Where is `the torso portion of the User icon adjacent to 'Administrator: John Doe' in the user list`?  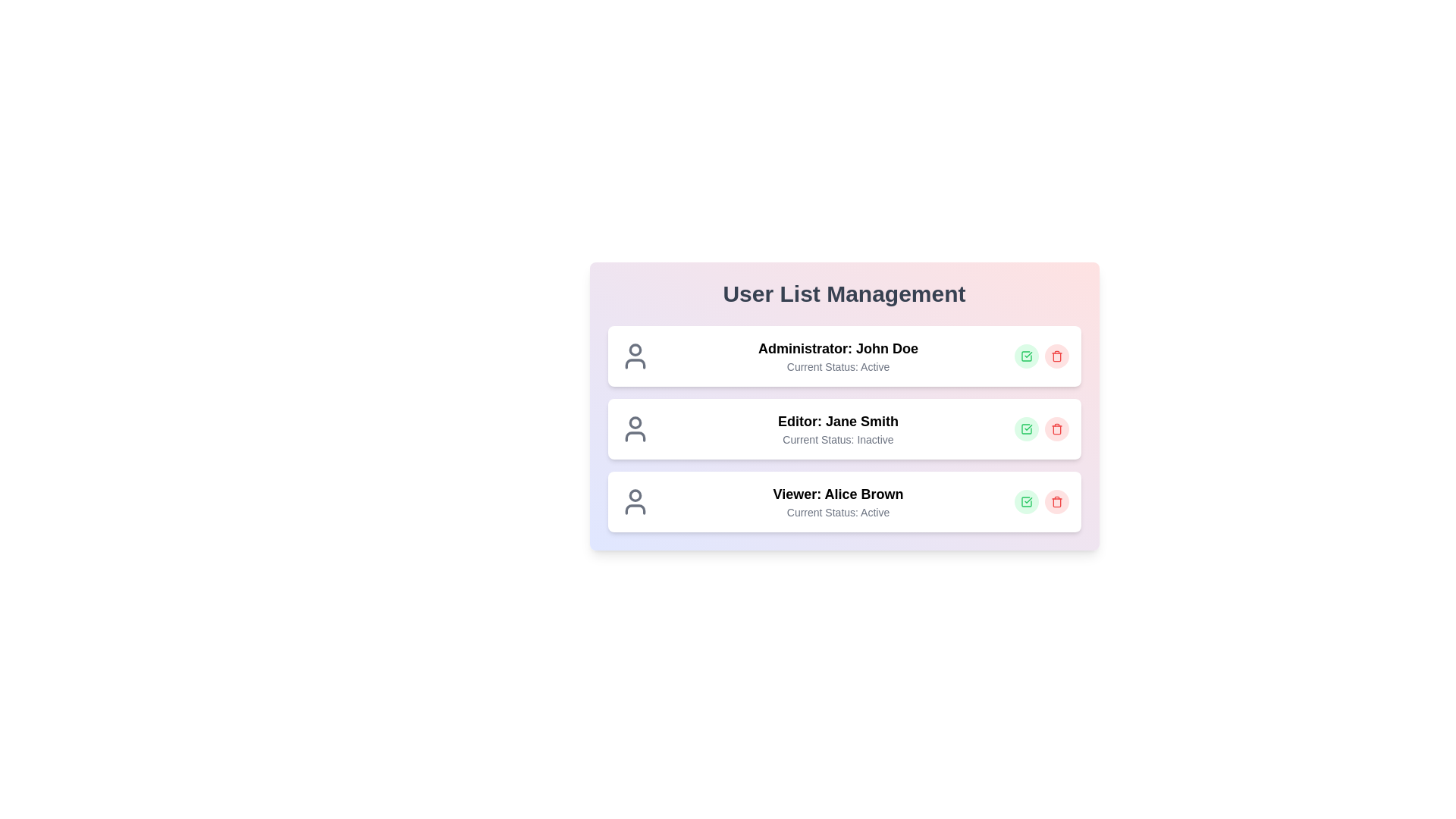 the torso portion of the User icon adjacent to 'Administrator: John Doe' in the user list is located at coordinates (635, 363).